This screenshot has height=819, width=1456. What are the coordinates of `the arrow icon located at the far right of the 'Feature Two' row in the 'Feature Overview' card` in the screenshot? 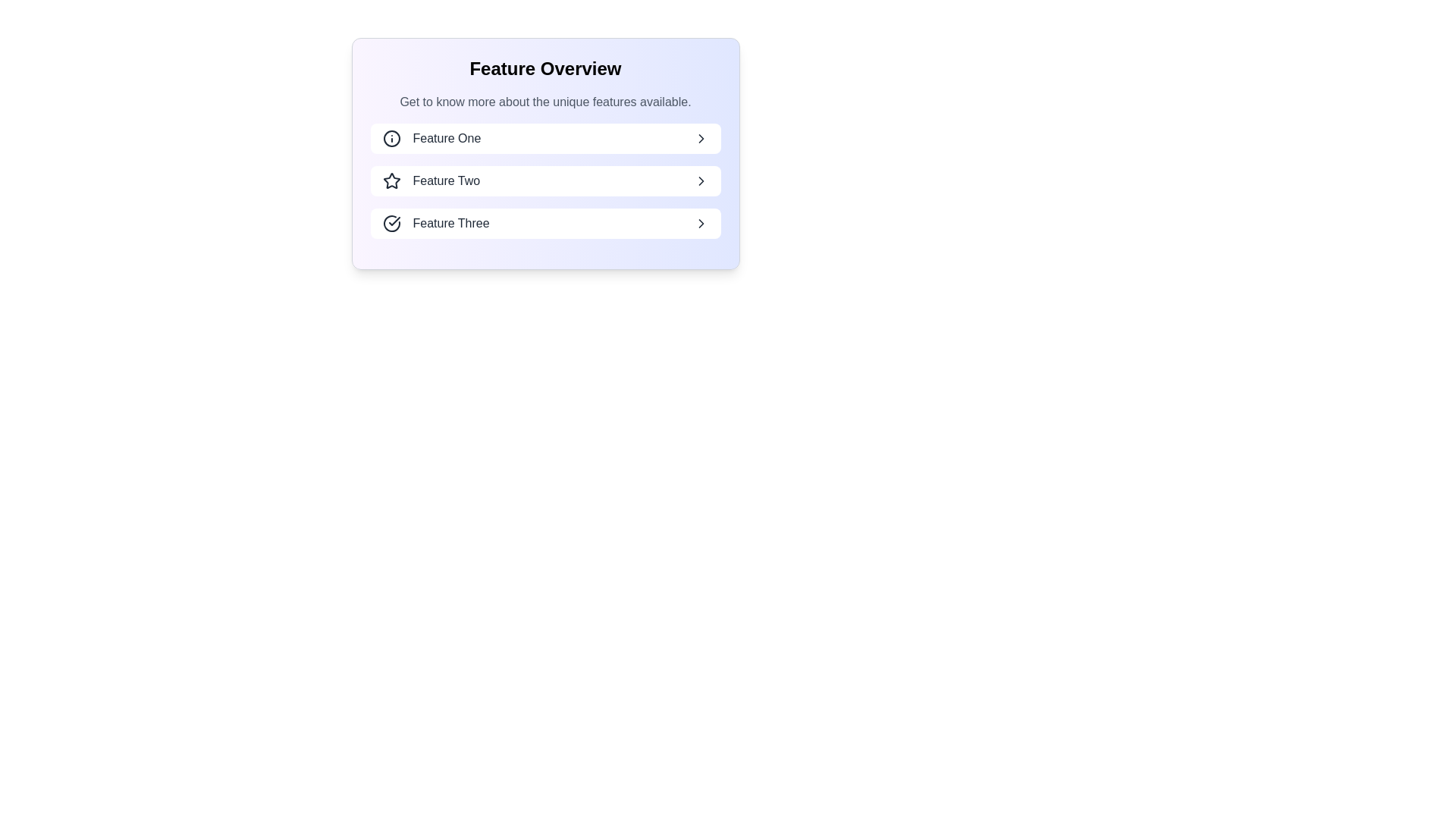 It's located at (700, 180).